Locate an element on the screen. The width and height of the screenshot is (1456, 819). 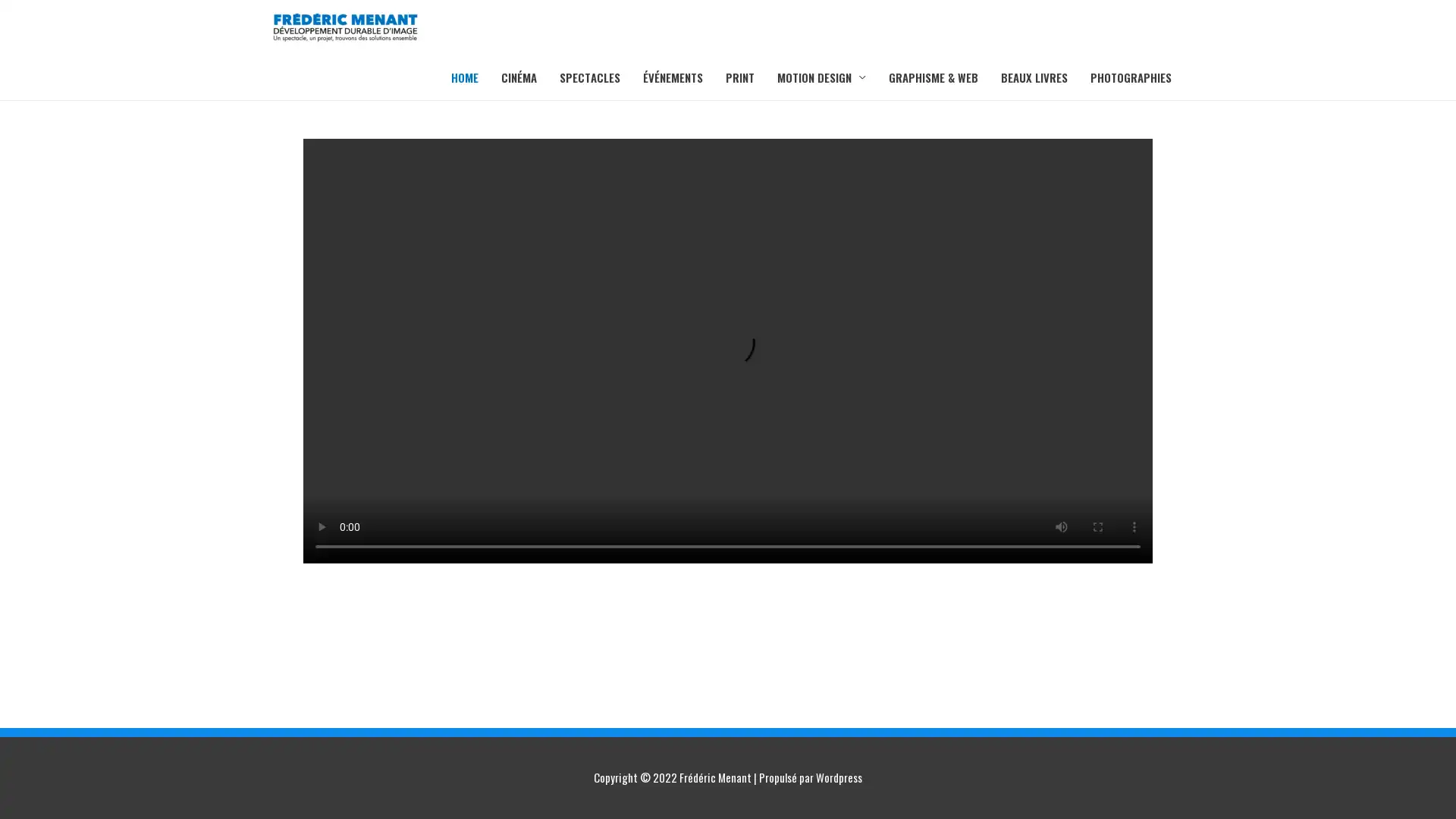
show more media controls is located at coordinates (1134, 526).